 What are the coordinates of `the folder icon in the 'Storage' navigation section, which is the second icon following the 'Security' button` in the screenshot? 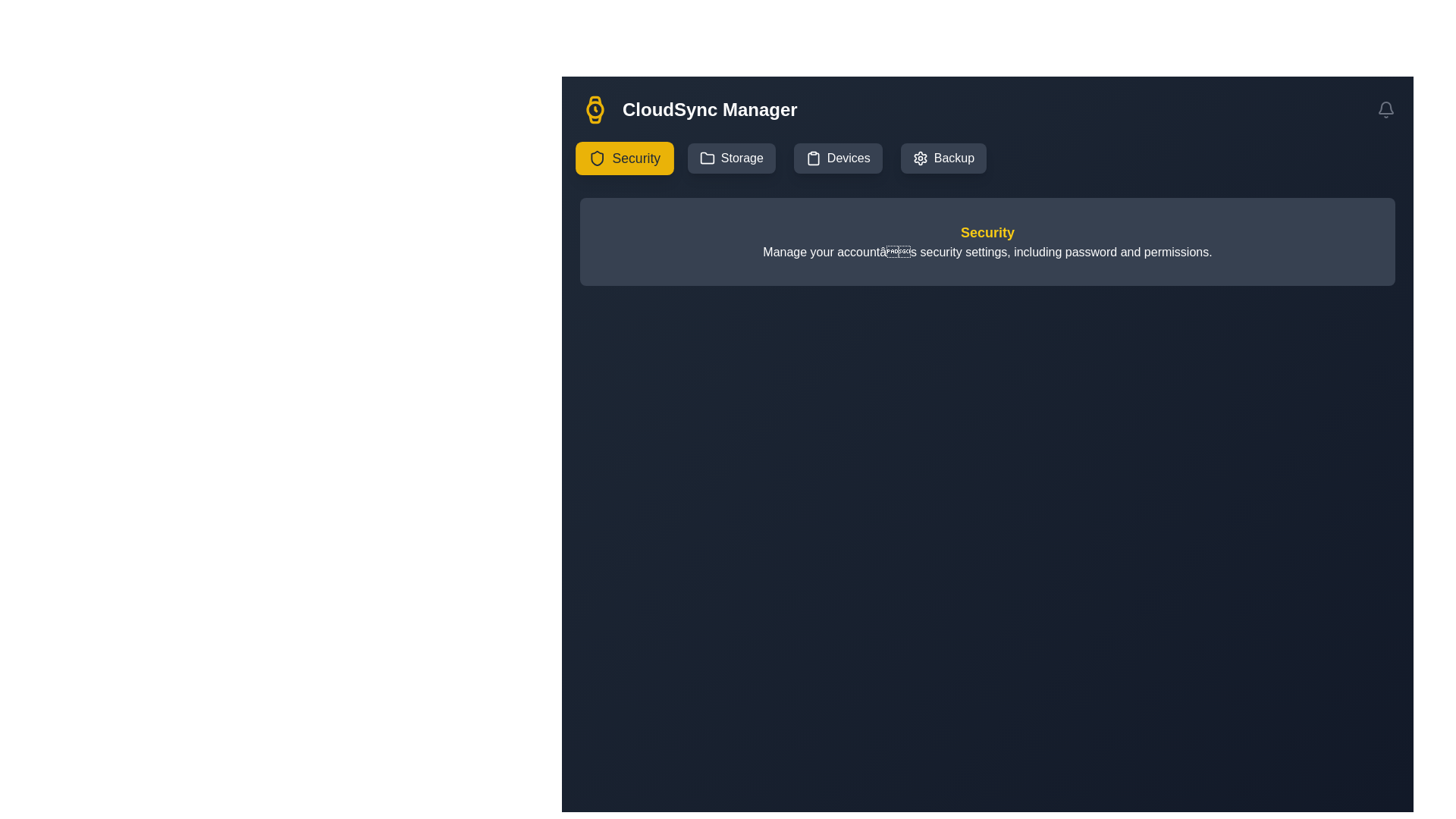 It's located at (706, 158).